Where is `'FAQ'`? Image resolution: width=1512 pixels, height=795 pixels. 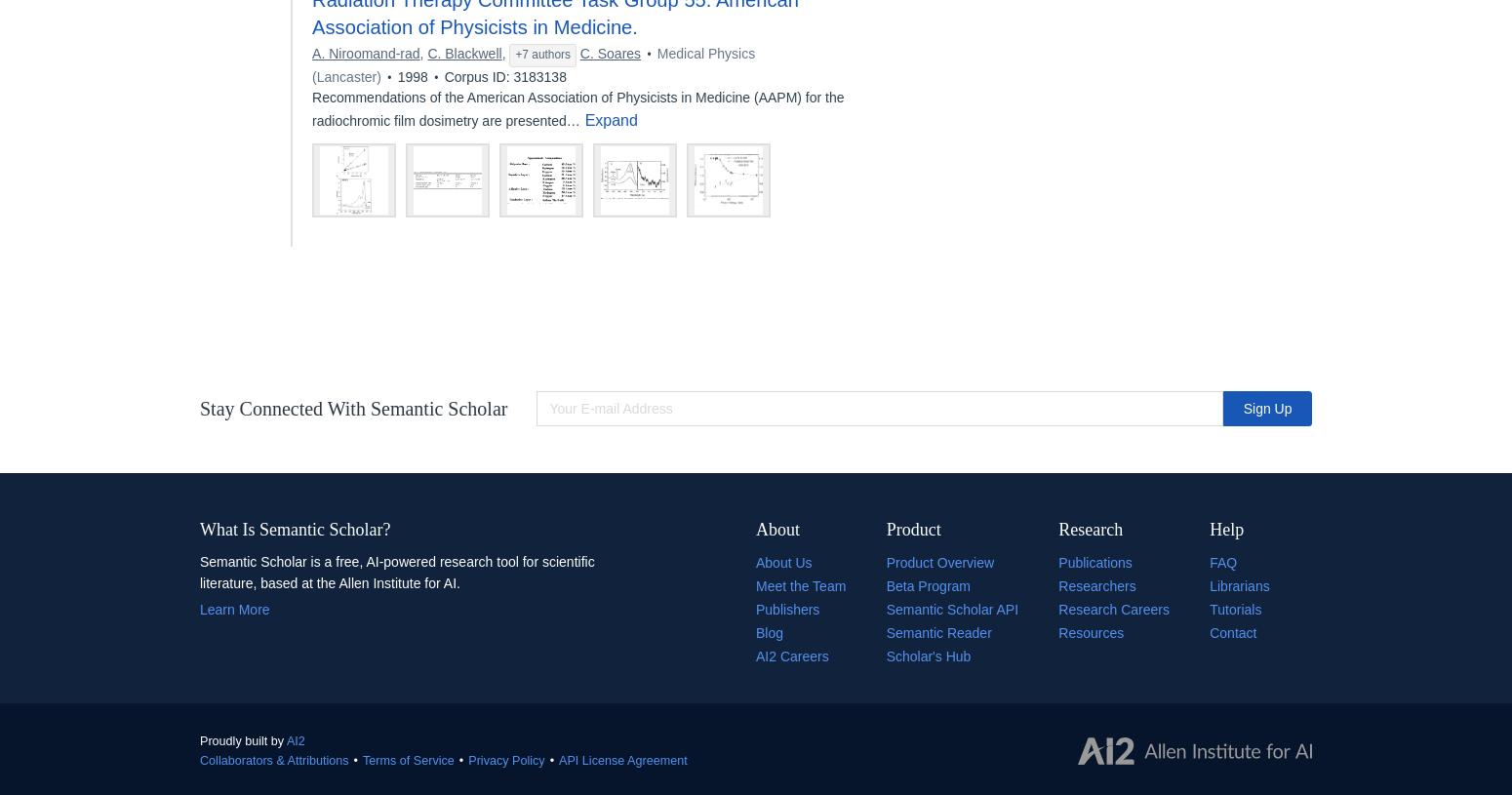
'FAQ' is located at coordinates (1221, 560).